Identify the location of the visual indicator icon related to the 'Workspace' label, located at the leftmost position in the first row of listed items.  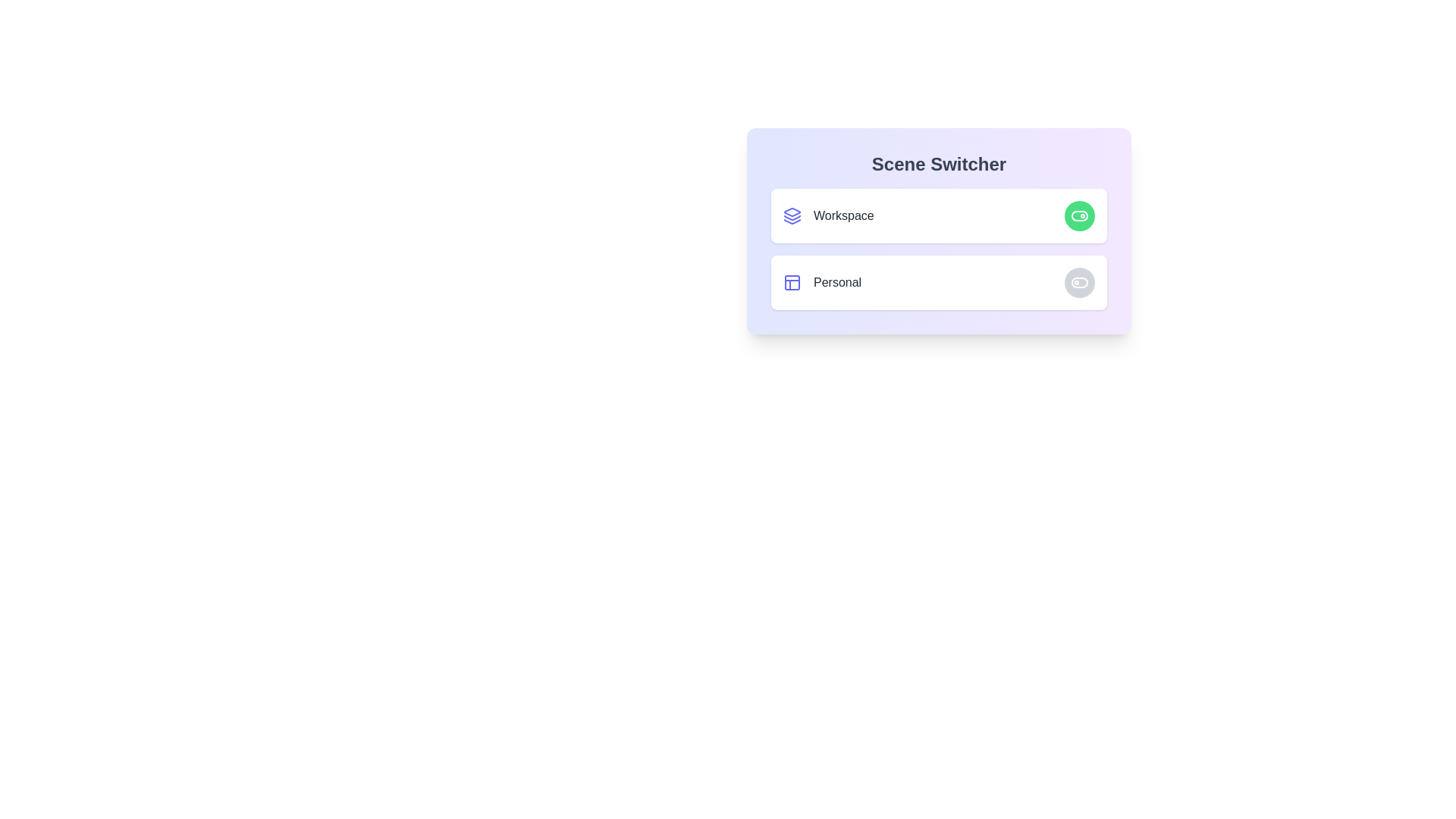
(792, 216).